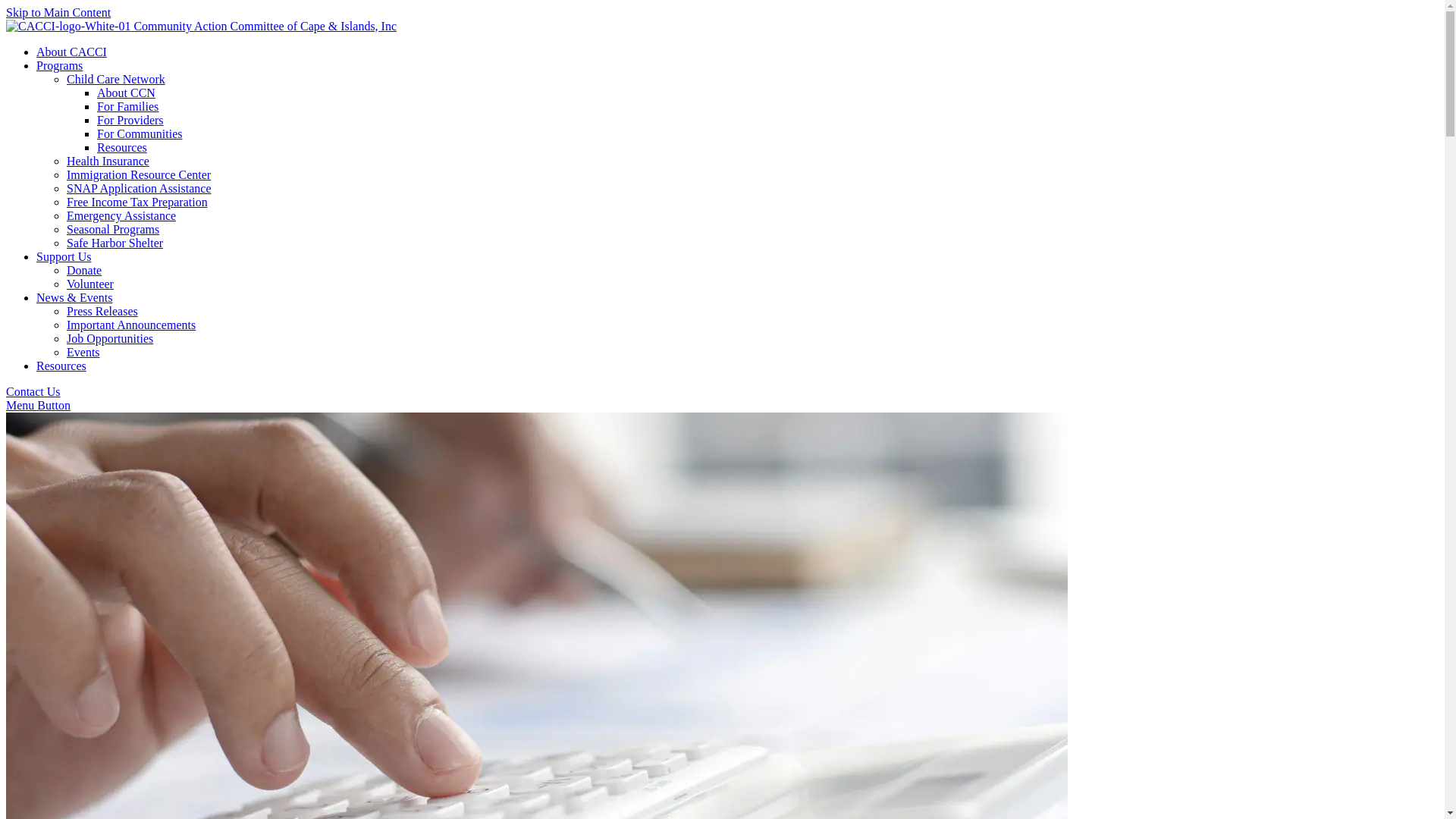 The image size is (1456, 819). Describe the element at coordinates (59, 64) in the screenshot. I see `'Programs'` at that location.